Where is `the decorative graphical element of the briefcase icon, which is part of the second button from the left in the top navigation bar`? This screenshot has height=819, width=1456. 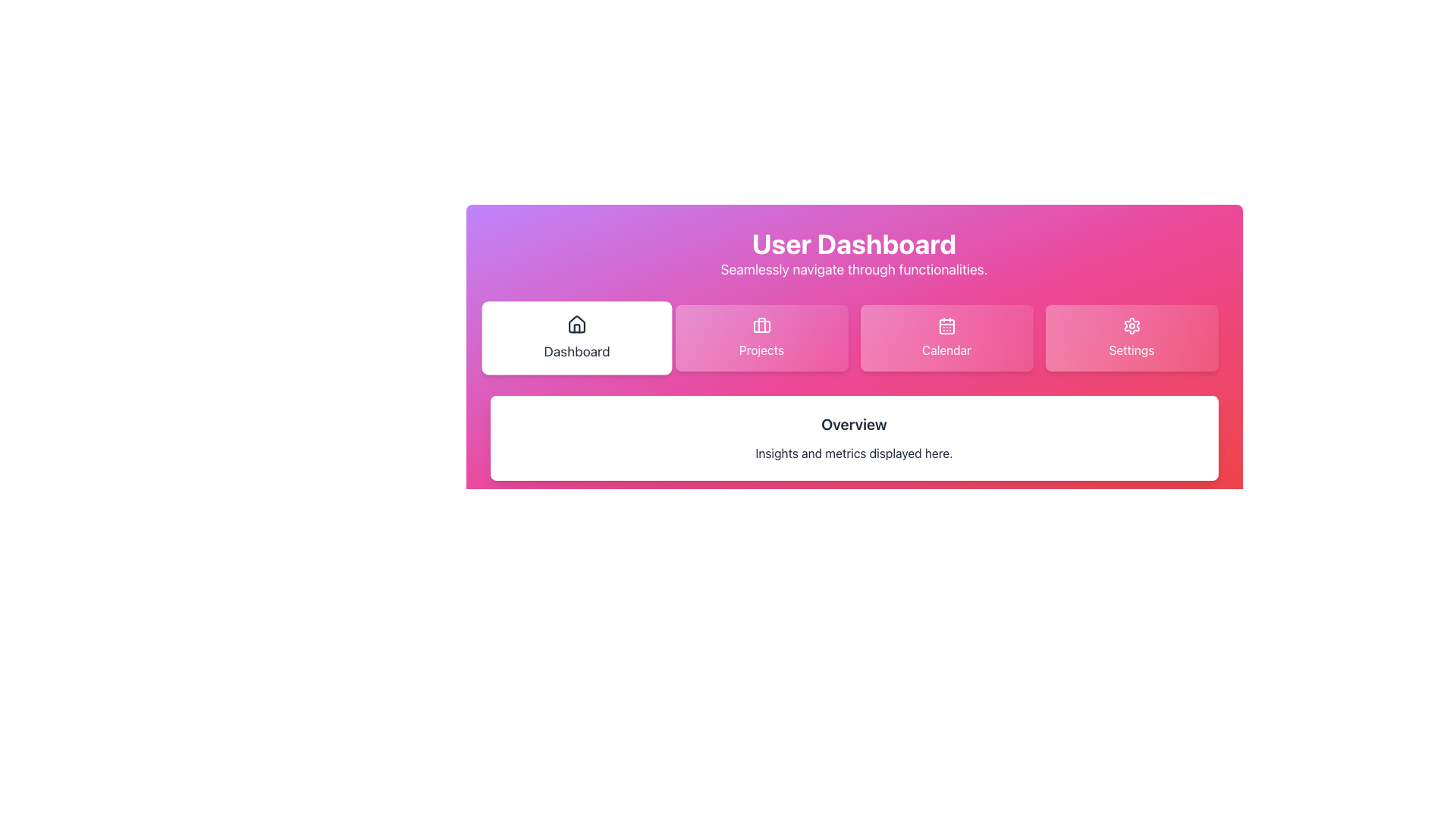
the decorative graphical element of the briefcase icon, which is part of the second button from the left in the top navigation bar is located at coordinates (761, 324).